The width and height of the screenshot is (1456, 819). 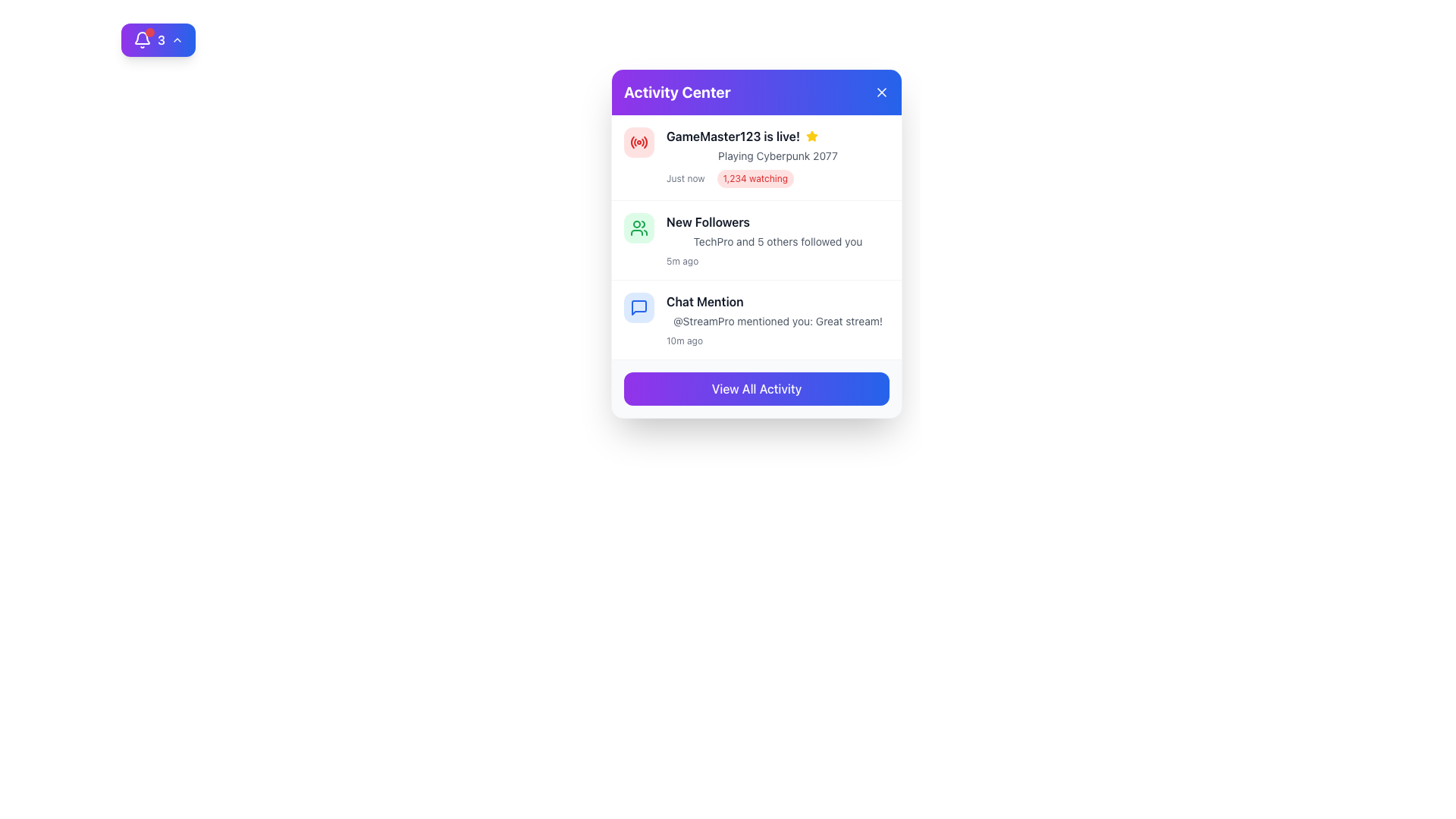 What do you see at coordinates (778, 239) in the screenshot?
I see `the Notification item that informs the user about new followers, located in the middle section of the 'Activity Center' panel, beneath the 'GameMaster123 is live!' notification and above the 'Chat Mention' notification` at bounding box center [778, 239].